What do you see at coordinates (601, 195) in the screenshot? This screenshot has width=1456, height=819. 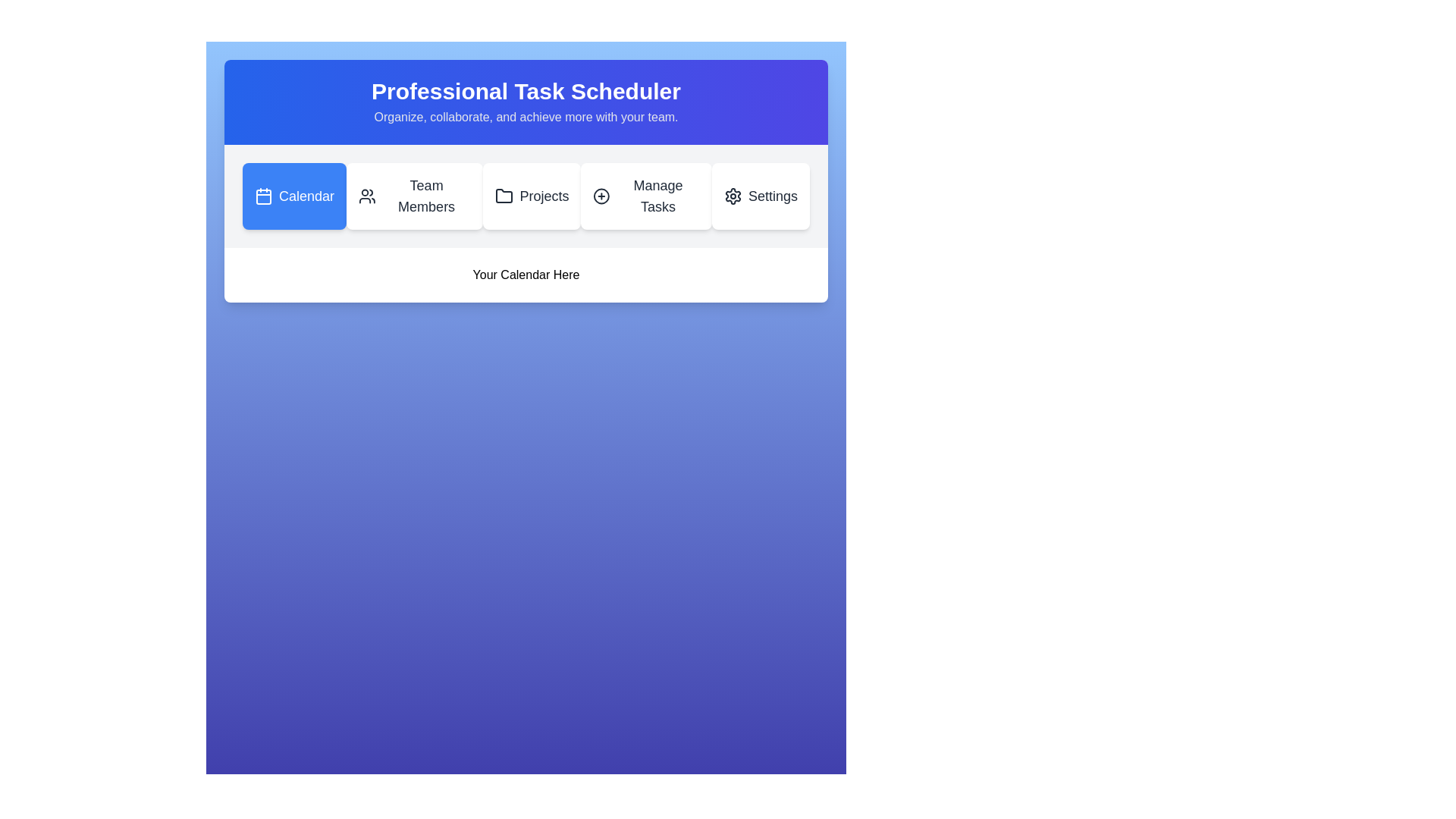 I see `the circular icon with a plus sign at its center, which is located within the 'Manage Tasks' button in the navigation bar` at bounding box center [601, 195].